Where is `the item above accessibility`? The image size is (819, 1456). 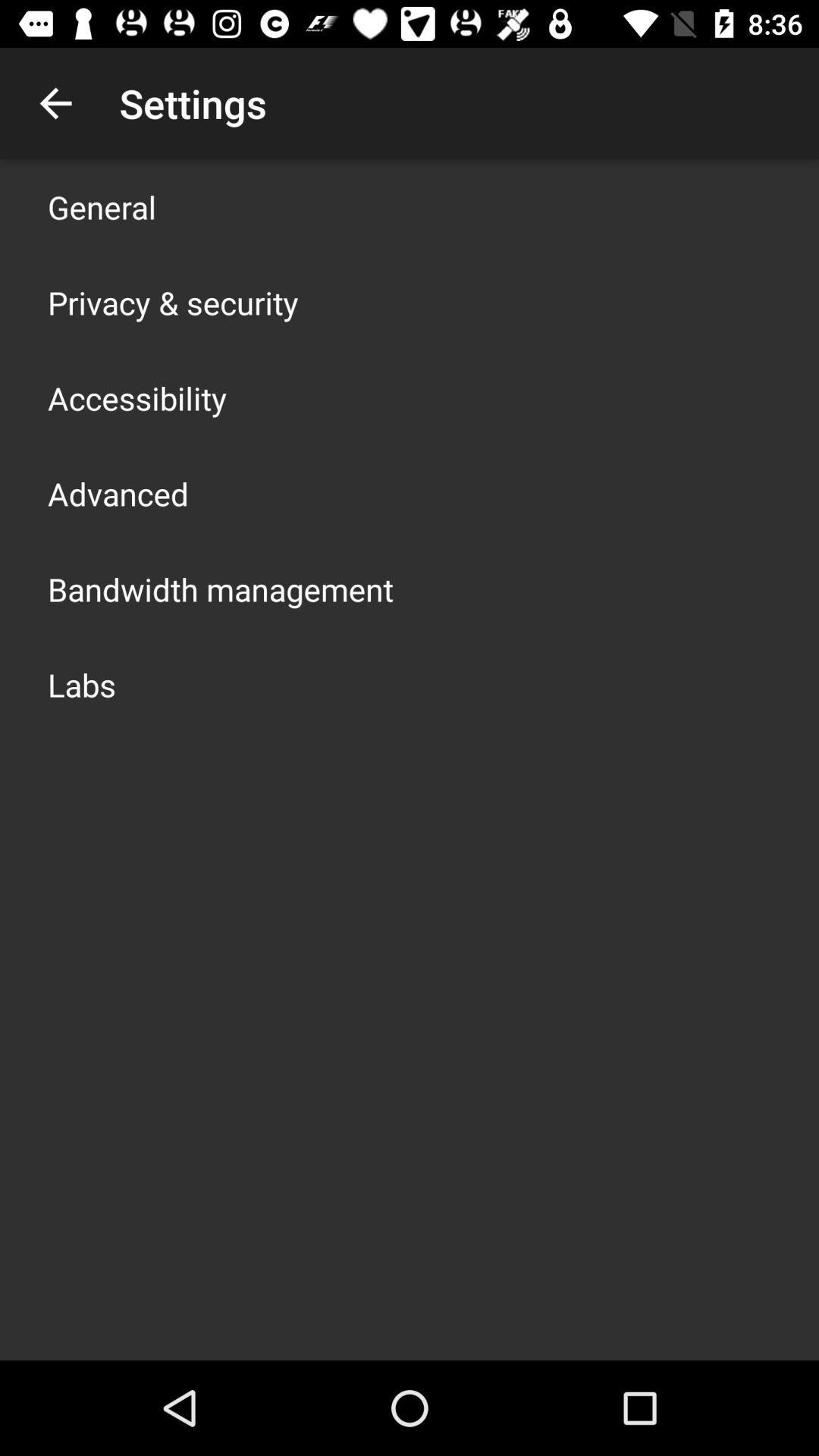 the item above accessibility is located at coordinates (172, 302).